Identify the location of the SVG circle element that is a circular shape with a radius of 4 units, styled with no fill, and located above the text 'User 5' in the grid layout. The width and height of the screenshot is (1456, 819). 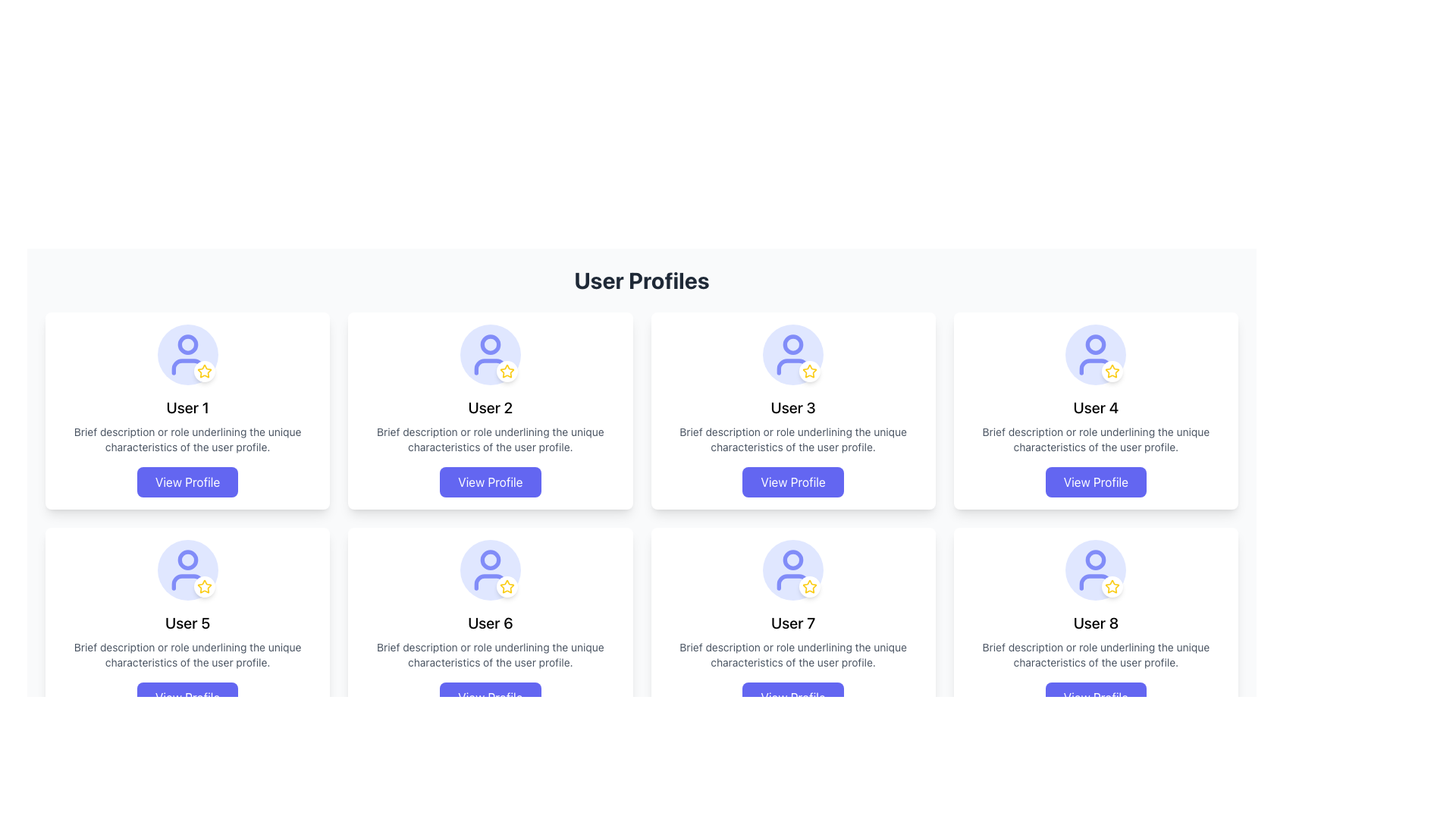
(187, 560).